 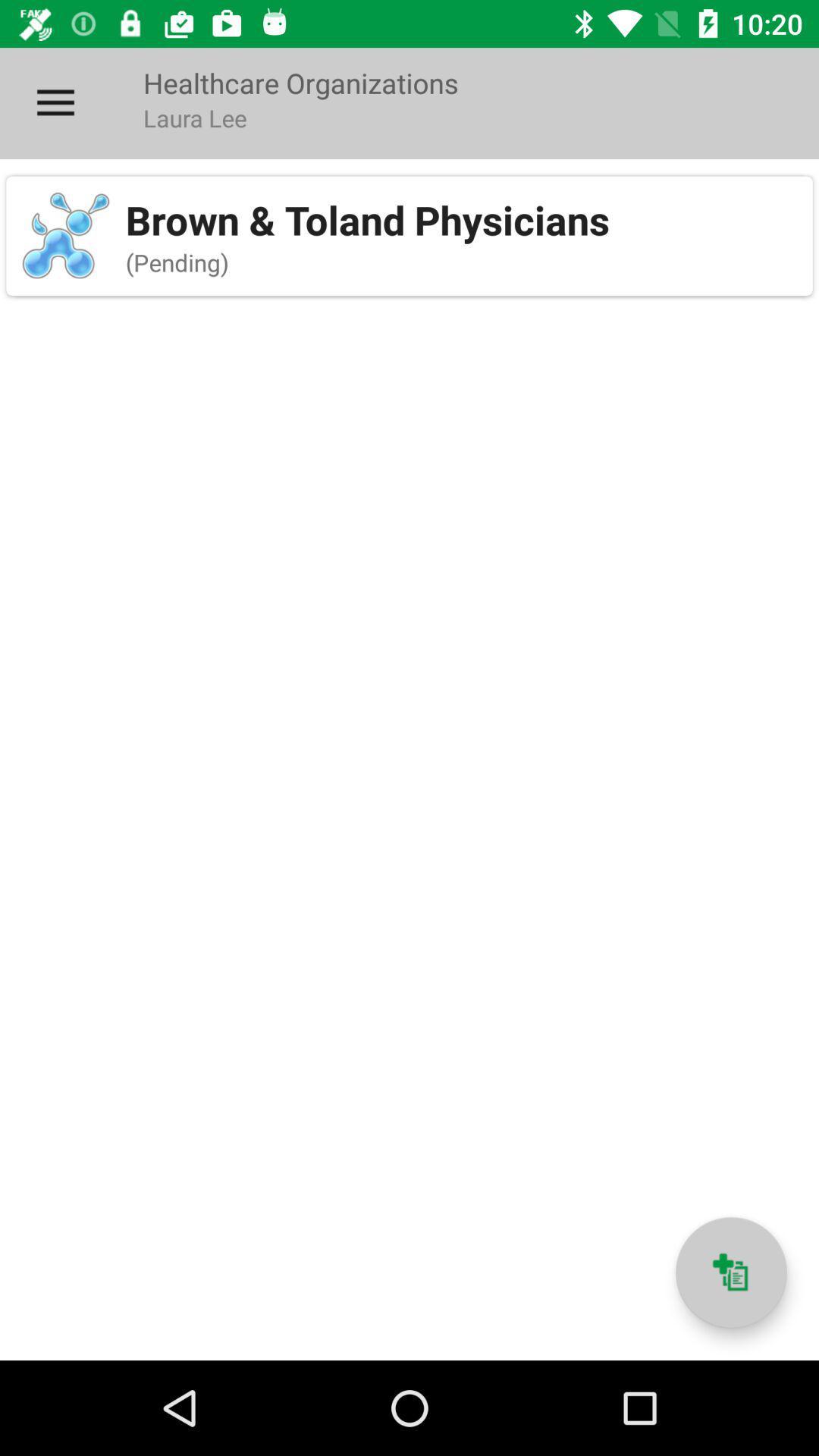 What do you see at coordinates (55, 102) in the screenshot?
I see `the icon next to healthcare organizations item` at bounding box center [55, 102].